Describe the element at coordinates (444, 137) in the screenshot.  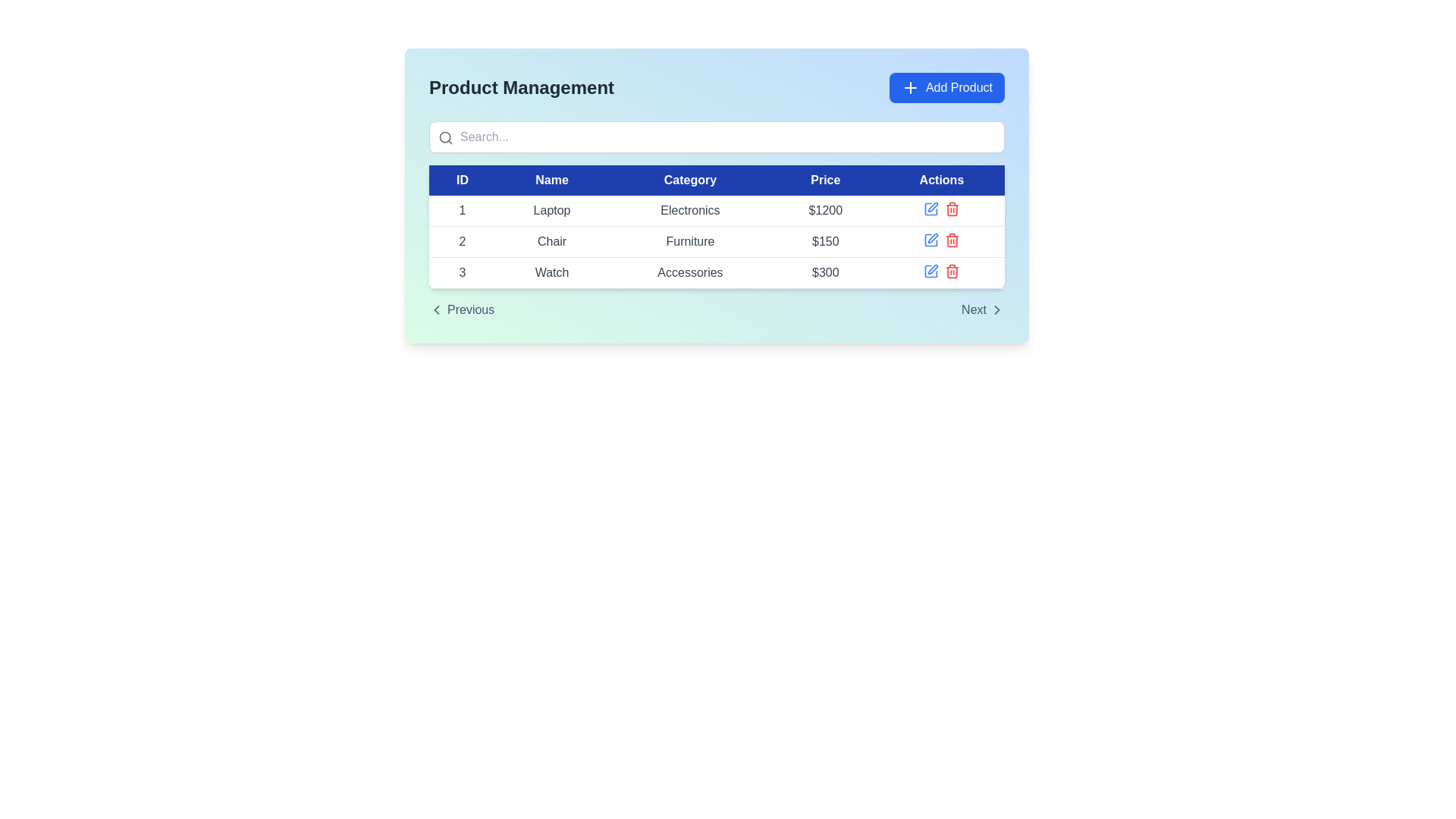
I see `the decorative or functional part of the magnifying glass icon located in the top-left corner of the search bar above the table` at that location.